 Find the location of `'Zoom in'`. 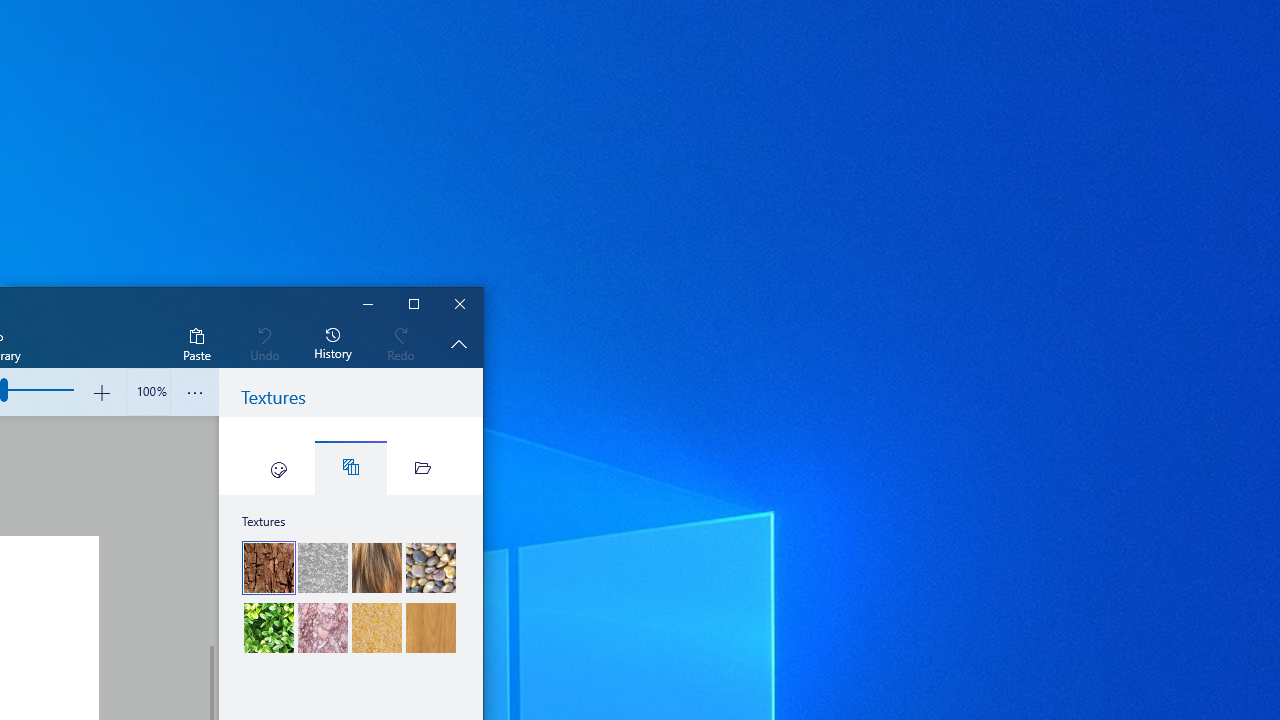

'Zoom in' is located at coordinates (100, 392).